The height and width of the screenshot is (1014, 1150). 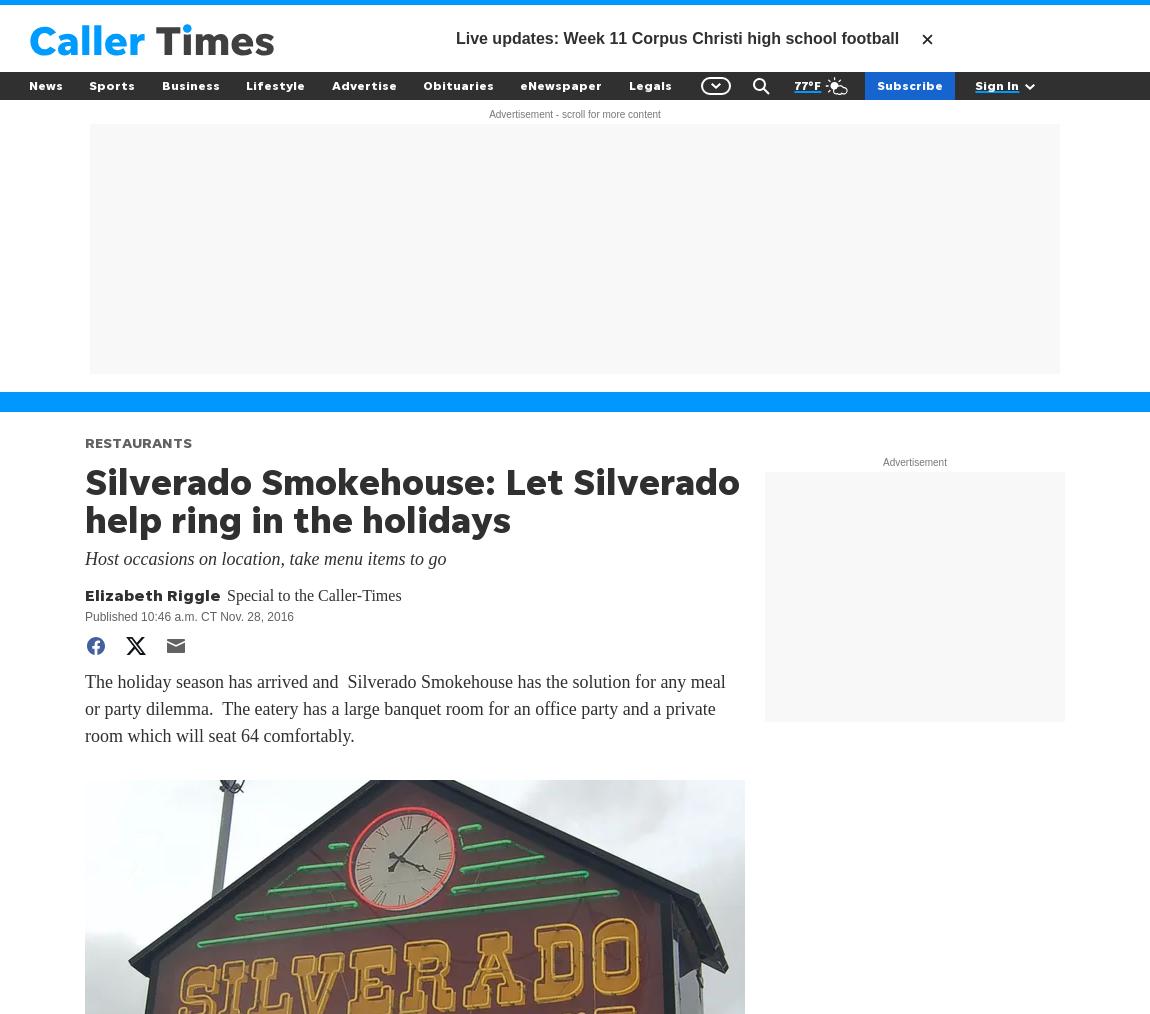 What do you see at coordinates (83, 707) in the screenshot?
I see `'The holiday season has arrived and  Silverado Smokehouse has the solution for any meal or party dilemma.  The eatery has a large banquet room for an office party and a private room which will seat 64 comfortably.'` at bounding box center [83, 707].